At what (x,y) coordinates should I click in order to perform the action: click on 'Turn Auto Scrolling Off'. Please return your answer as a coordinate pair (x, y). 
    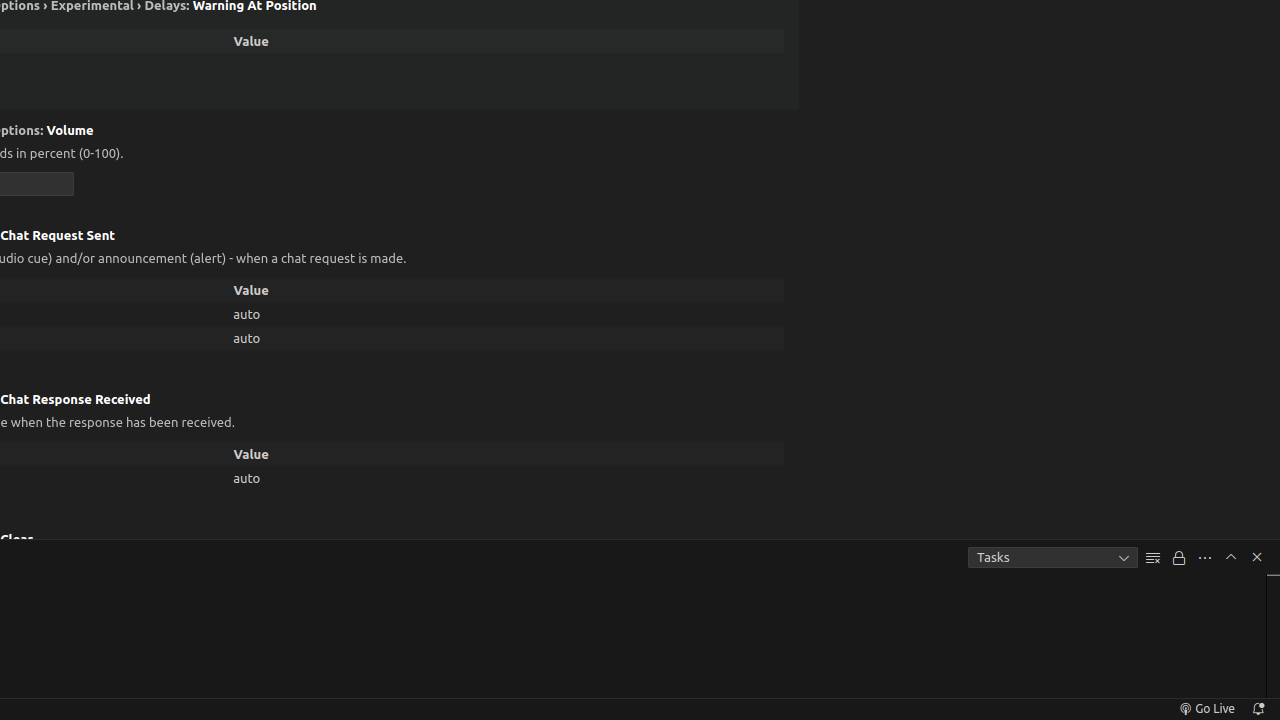
    Looking at the image, I should click on (1179, 557).